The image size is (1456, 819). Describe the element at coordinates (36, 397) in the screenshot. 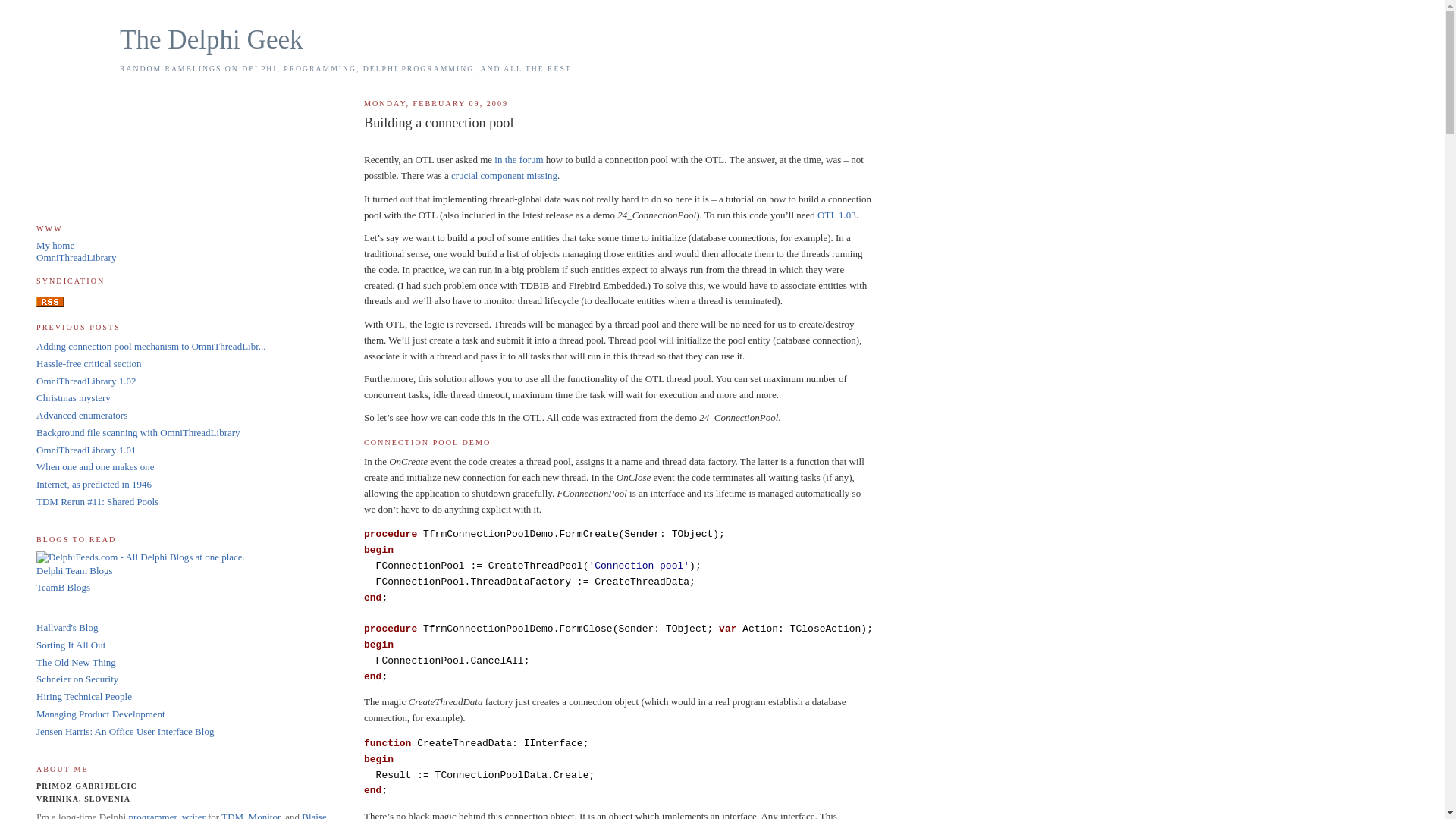

I see `'Christmas mystery'` at that location.